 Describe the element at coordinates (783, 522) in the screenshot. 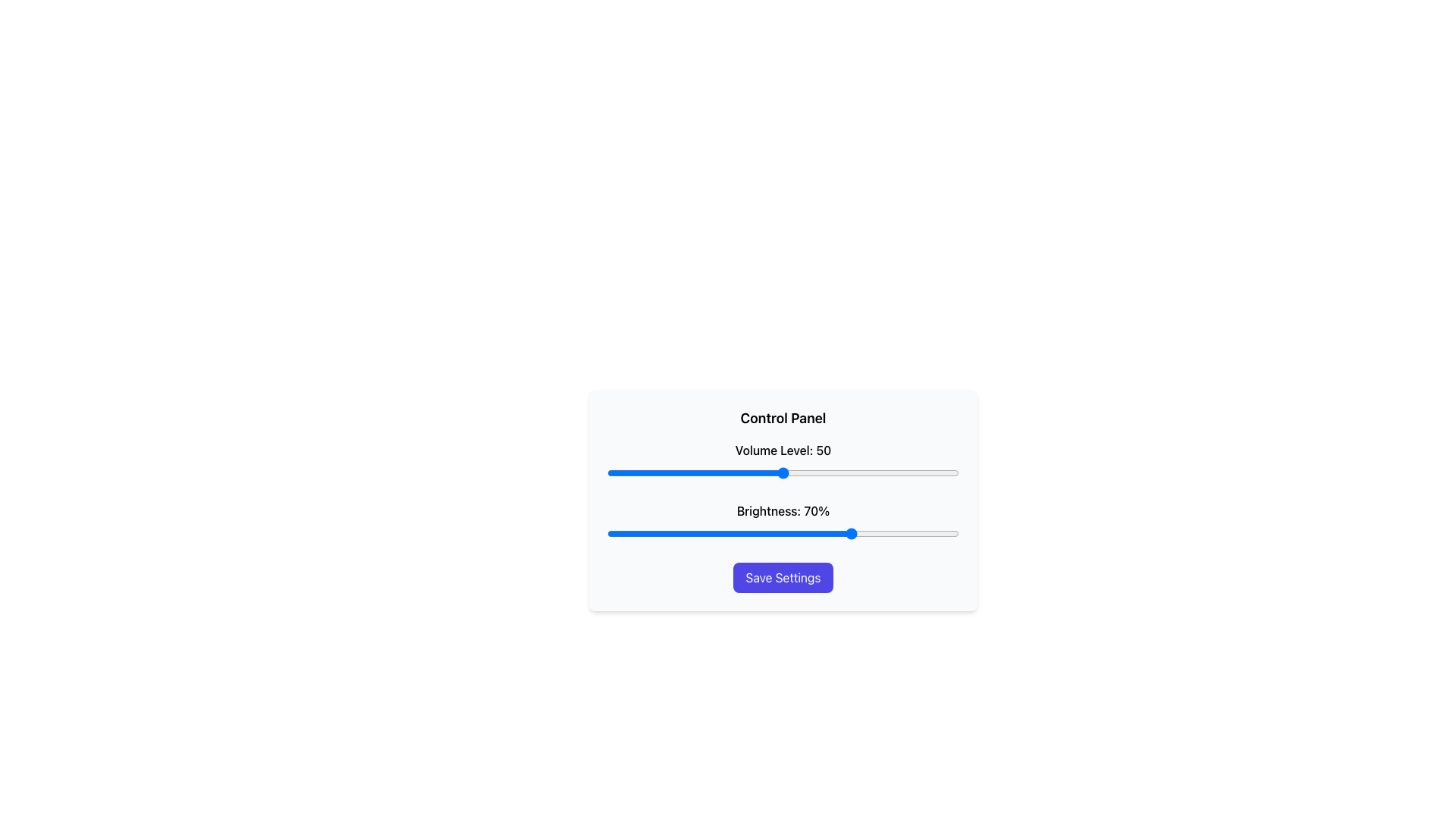

I see `the blue slider bar labeled 'Brightness: 70%'` at that location.